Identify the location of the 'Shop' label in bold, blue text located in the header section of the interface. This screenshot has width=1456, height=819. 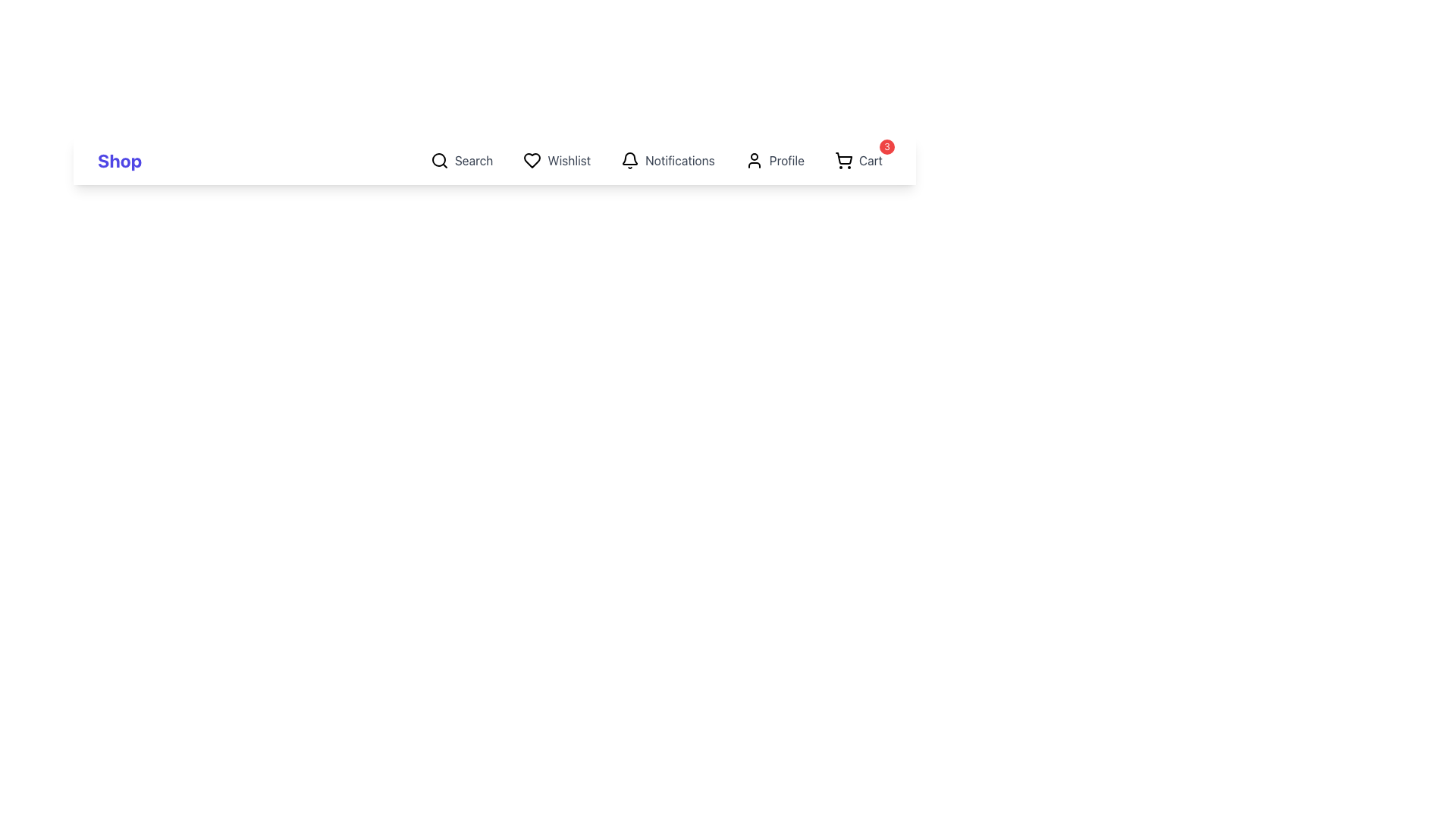
(119, 161).